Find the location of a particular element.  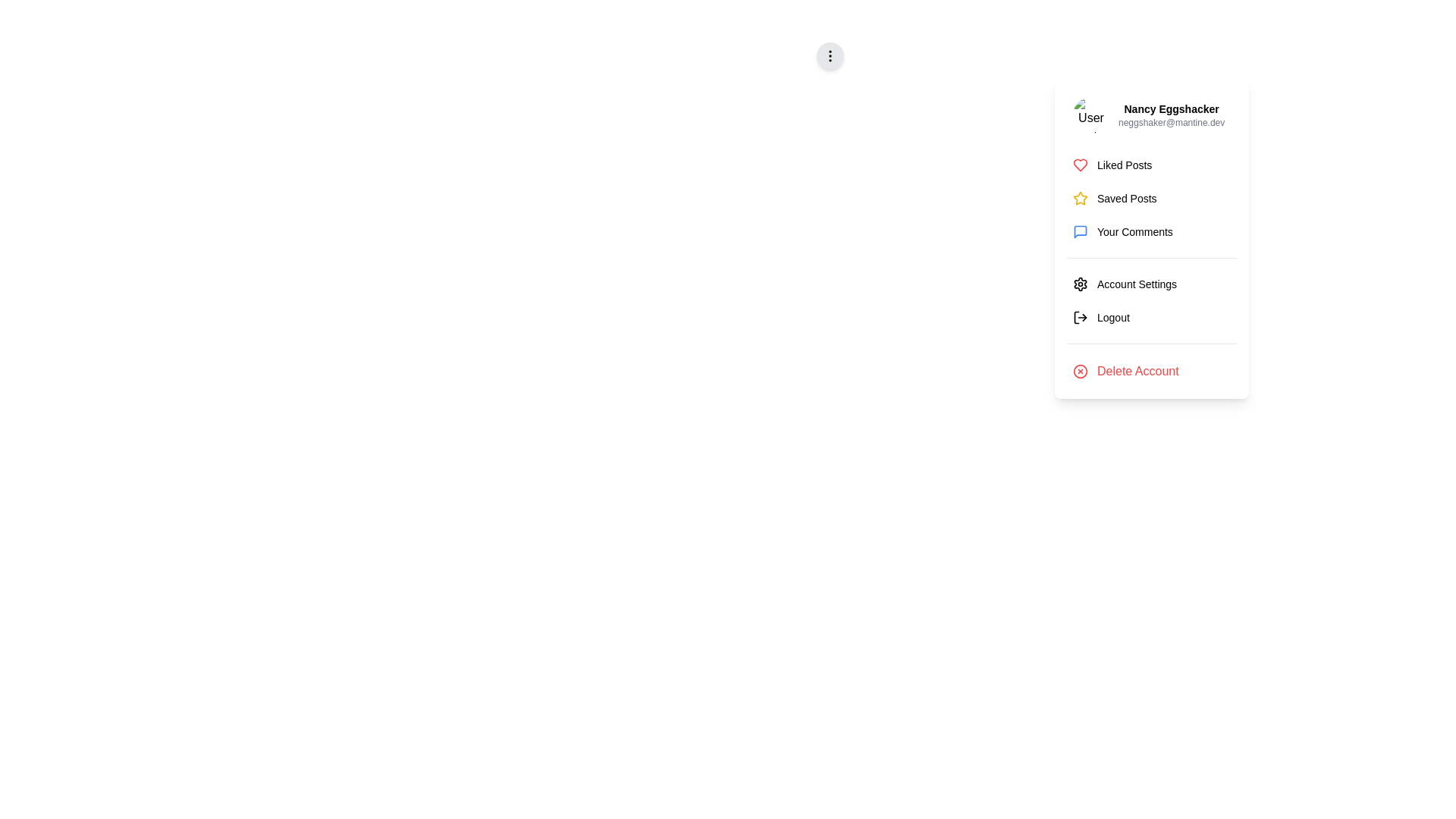

the heart-shaped icon indicating 'Likes' located to the left of the 'Liked Posts' text label in the pop-up menu is located at coordinates (1080, 165).